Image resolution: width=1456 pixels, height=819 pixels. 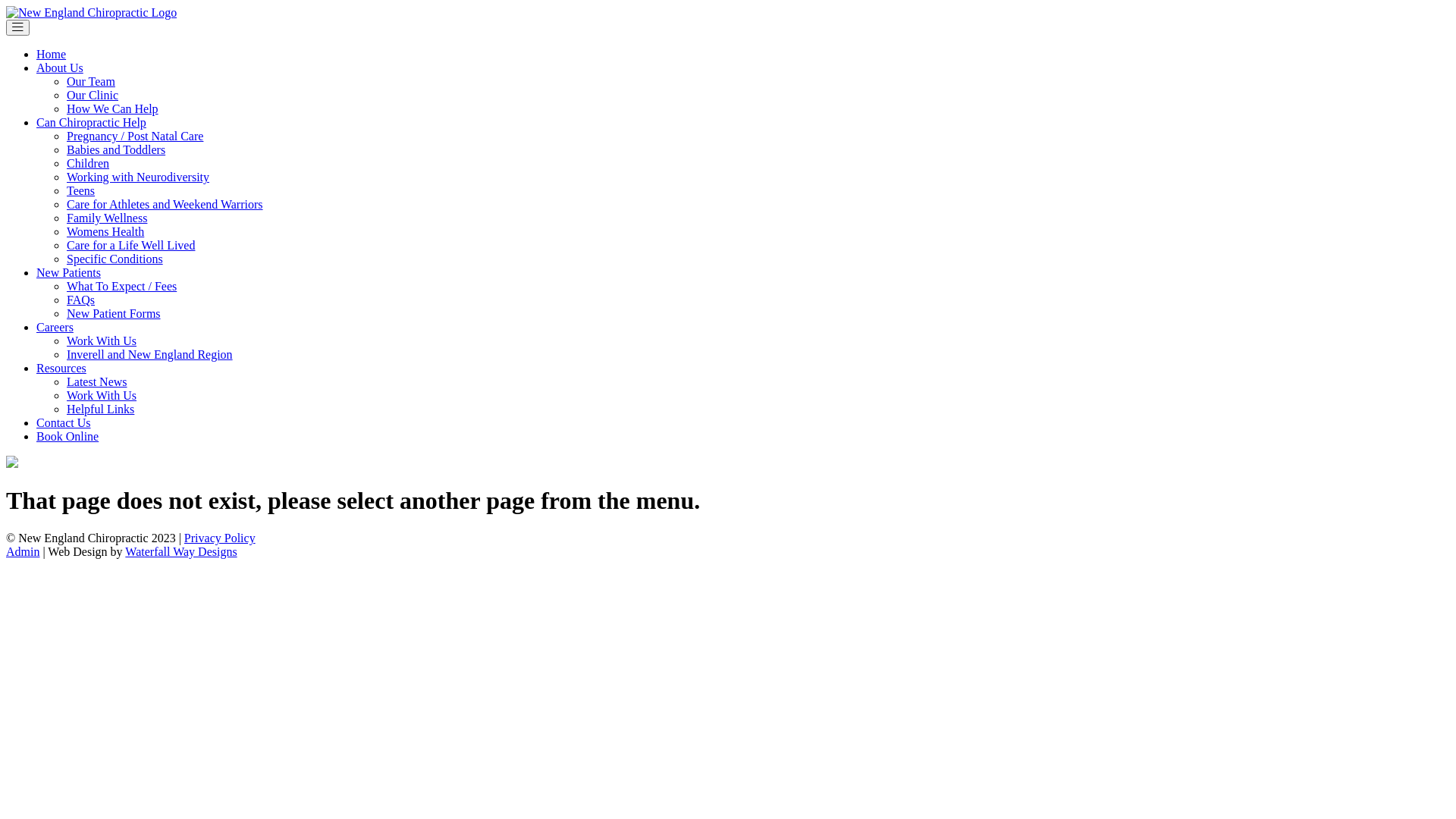 What do you see at coordinates (149, 354) in the screenshot?
I see `'Inverell and New England Region'` at bounding box center [149, 354].